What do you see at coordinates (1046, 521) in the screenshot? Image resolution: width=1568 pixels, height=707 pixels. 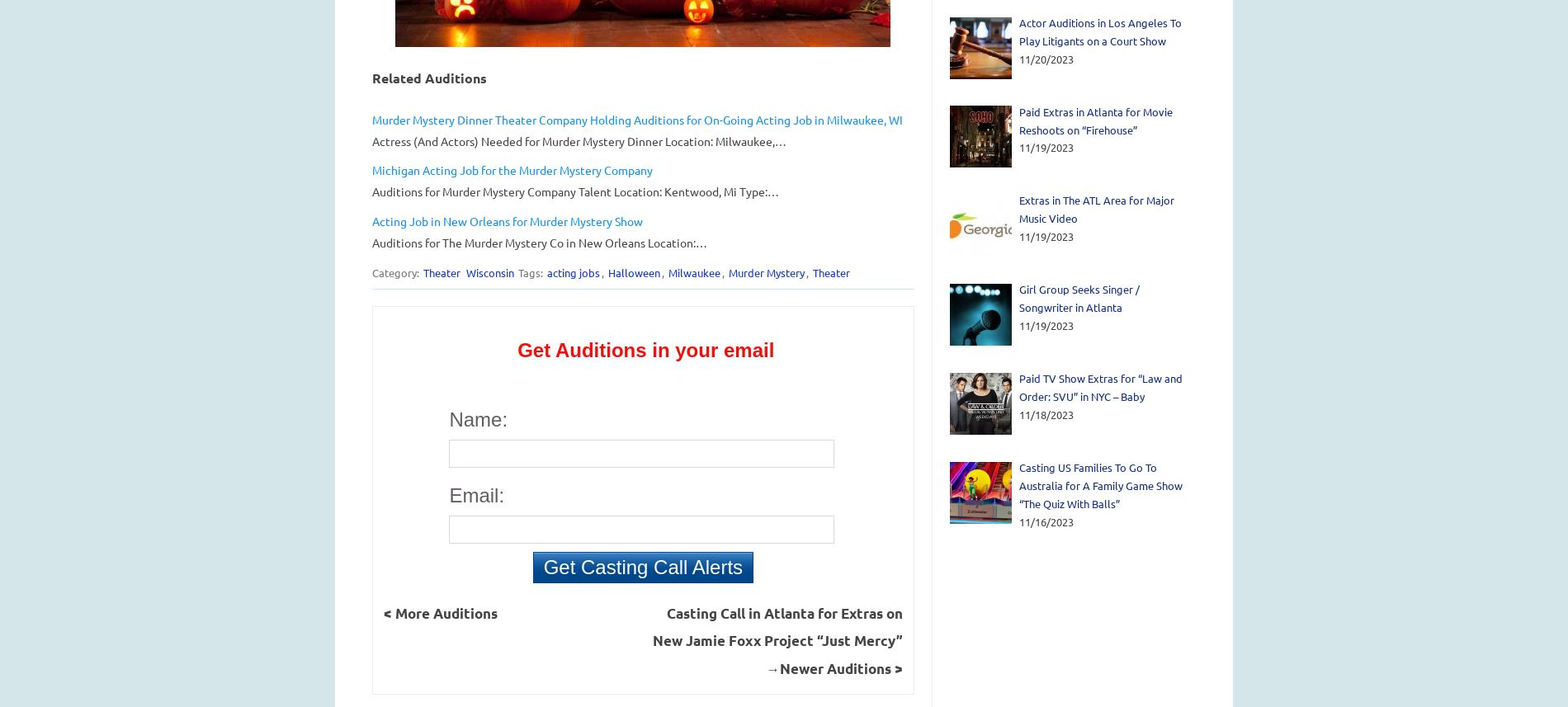 I see `'11/16/2023'` at bounding box center [1046, 521].